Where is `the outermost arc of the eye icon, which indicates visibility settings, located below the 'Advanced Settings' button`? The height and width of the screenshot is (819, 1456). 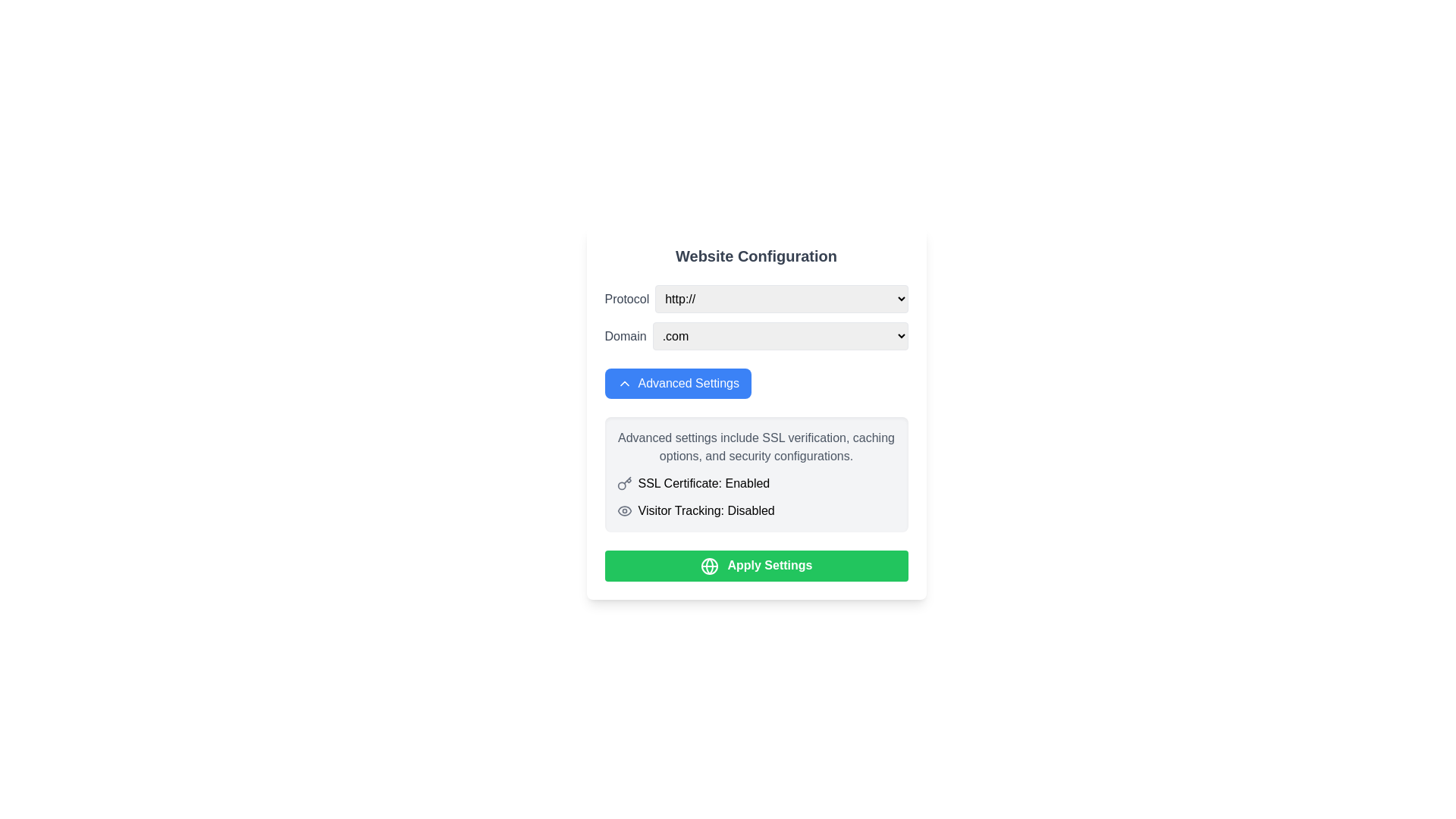 the outermost arc of the eye icon, which indicates visibility settings, located below the 'Advanced Settings' button is located at coordinates (624, 511).